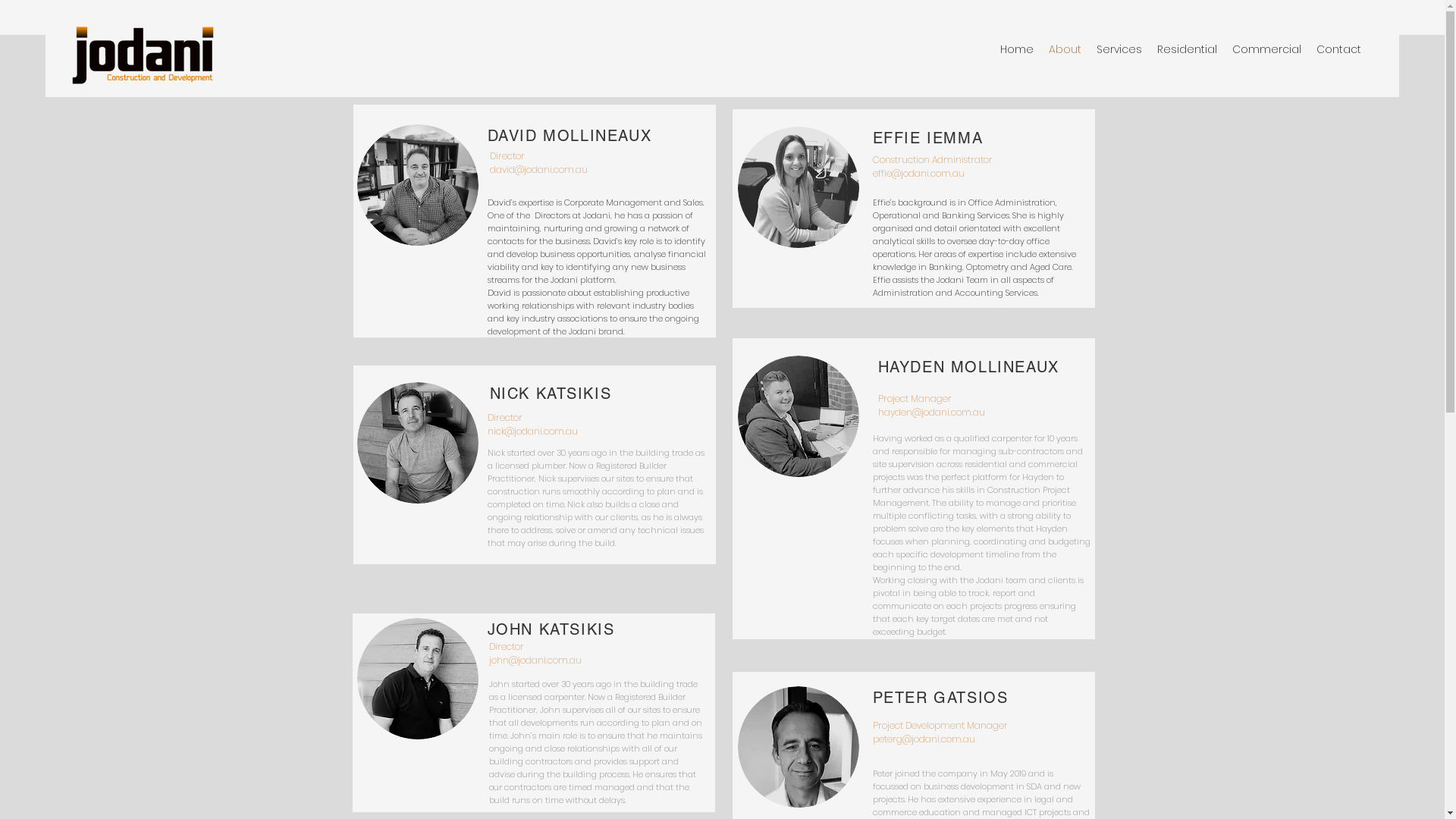  What do you see at coordinates (1119, 49) in the screenshot?
I see `'Services'` at bounding box center [1119, 49].